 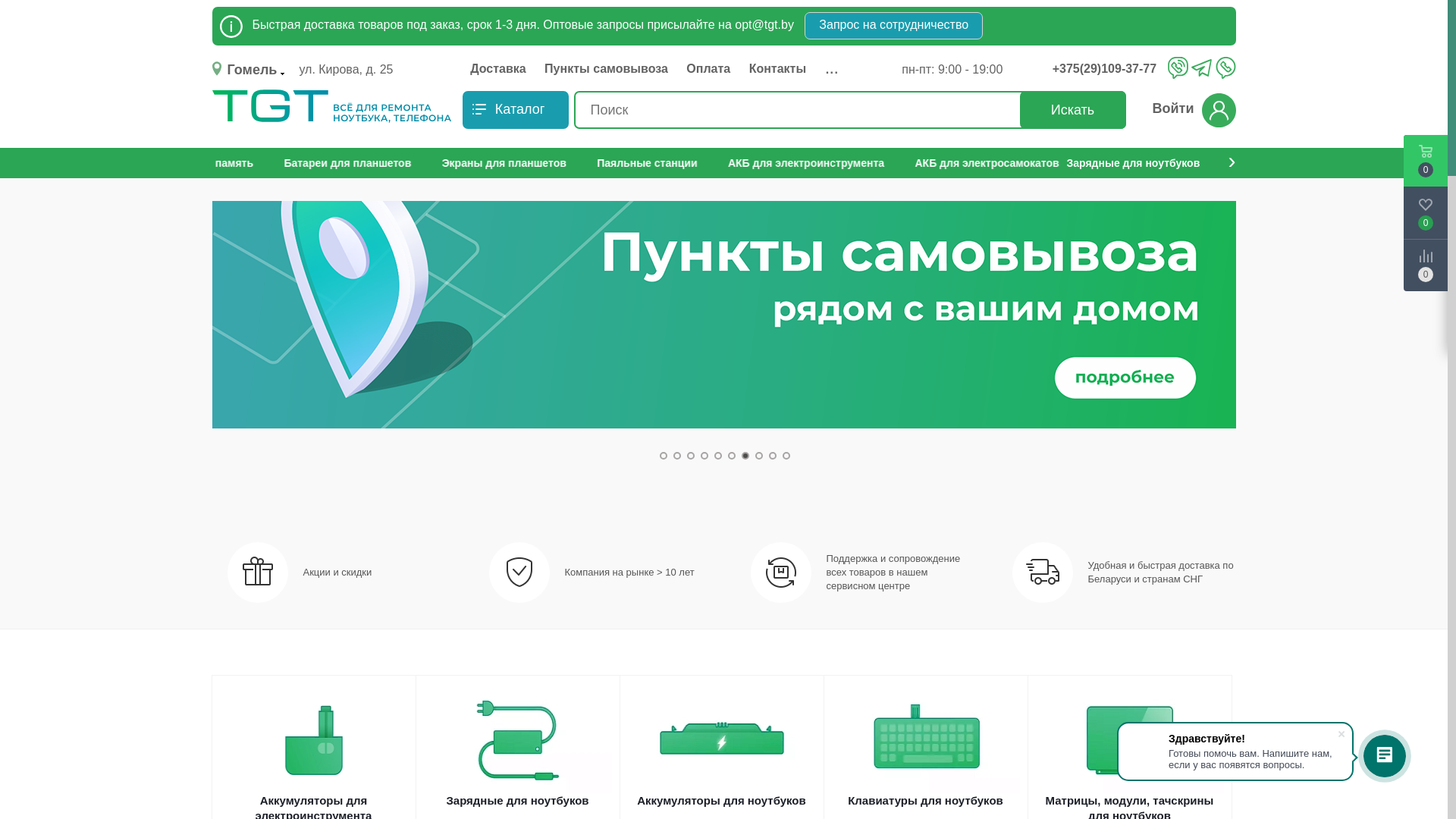 I want to click on '2', so click(x=676, y=455).